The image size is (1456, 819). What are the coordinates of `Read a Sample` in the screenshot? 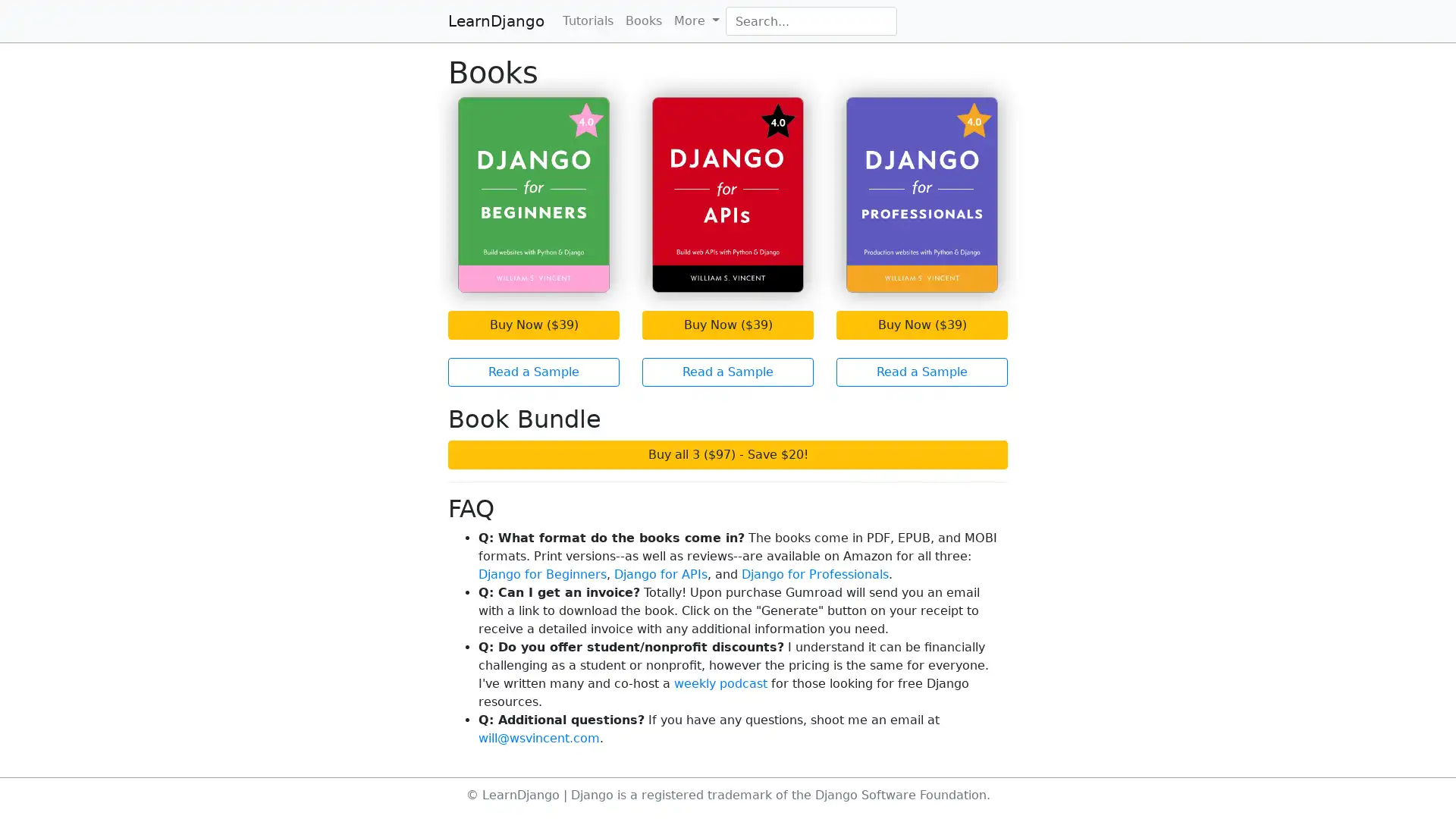 It's located at (728, 372).